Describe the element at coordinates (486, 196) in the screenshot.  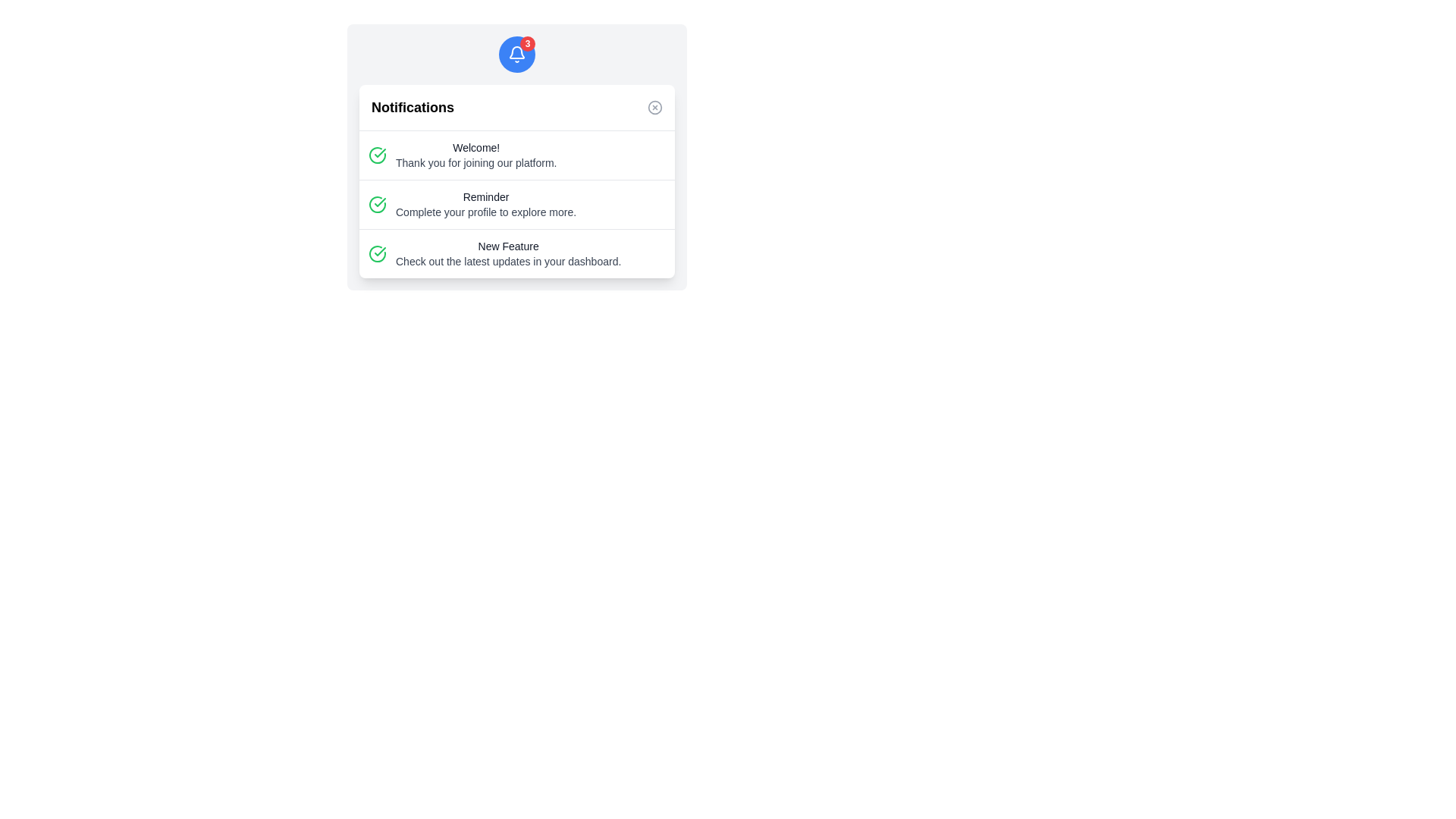
I see `the 'Reminder' text label, which is a bold, dark gray text displayed in a medium-sized sans-serif font, positioned above the 'Complete your profile` at that location.